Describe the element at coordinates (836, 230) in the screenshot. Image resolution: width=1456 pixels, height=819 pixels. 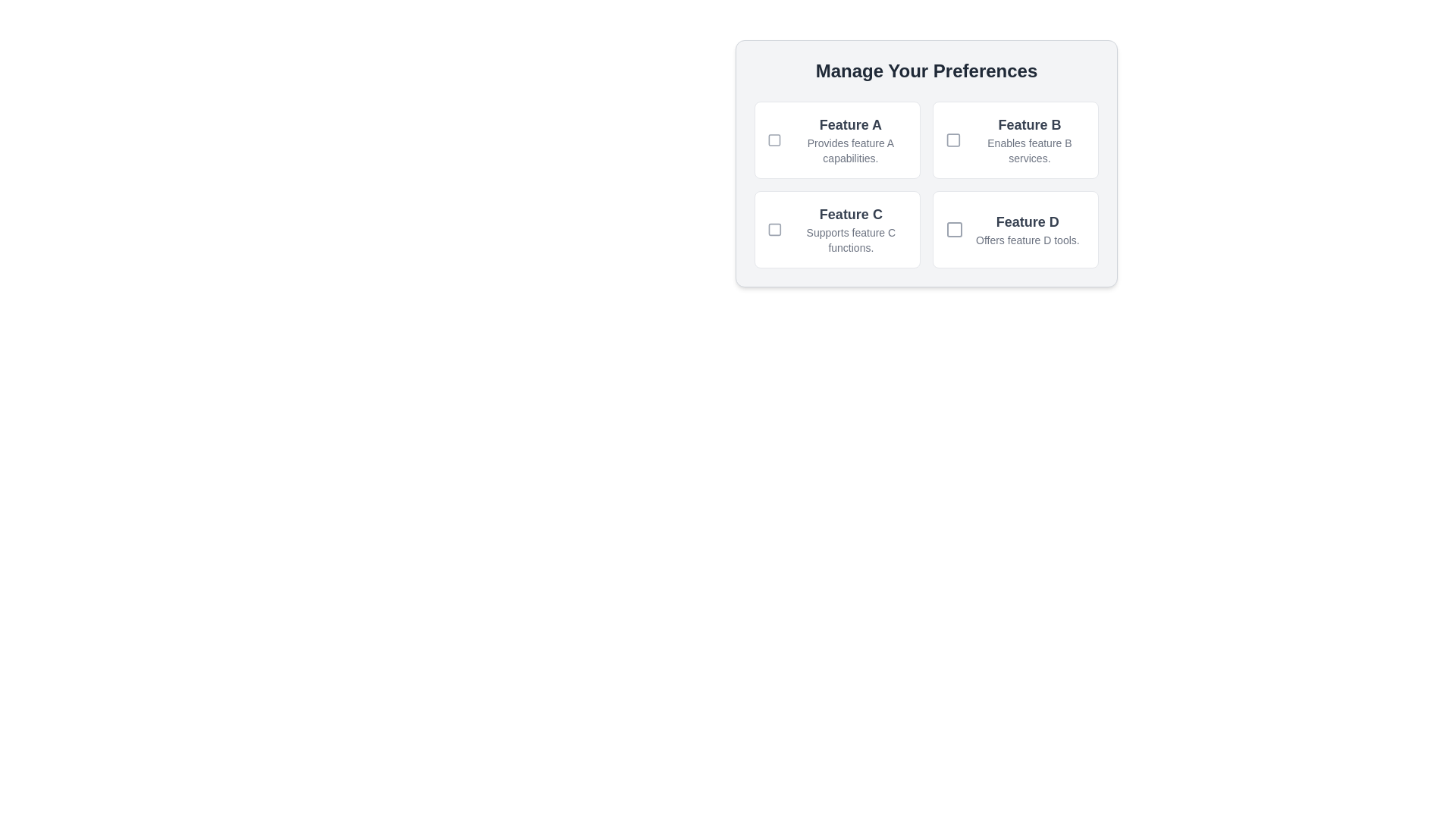
I see `the selectable card with a checkbox that features 'Feature C' and its description, positioned in the second row and first column of the grid layout` at that location.